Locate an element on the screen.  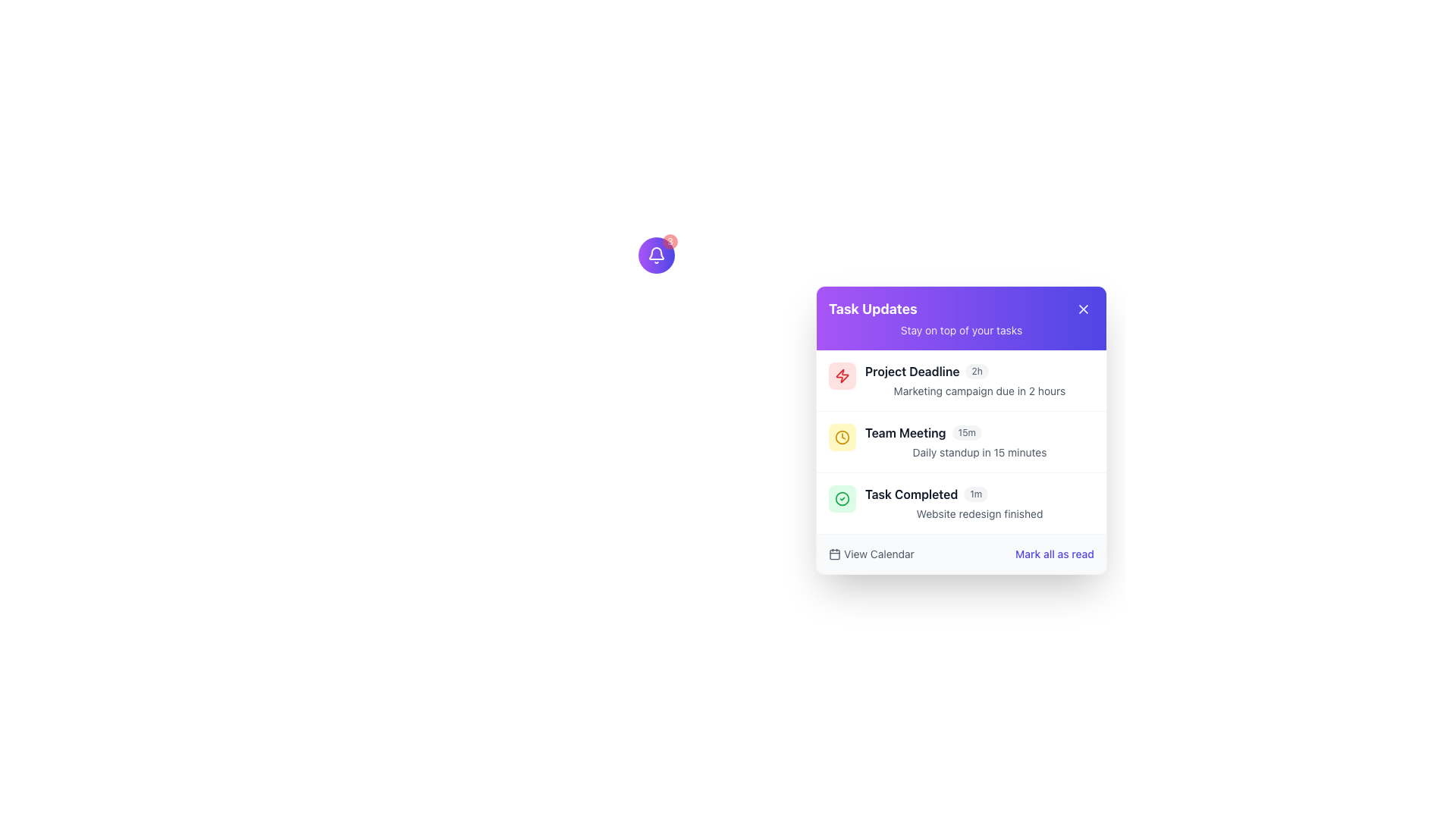
text label that displays 'Website redesign finished', which is styled with a small font size and gray color, located below the 'Task Completed' heading is located at coordinates (979, 513).